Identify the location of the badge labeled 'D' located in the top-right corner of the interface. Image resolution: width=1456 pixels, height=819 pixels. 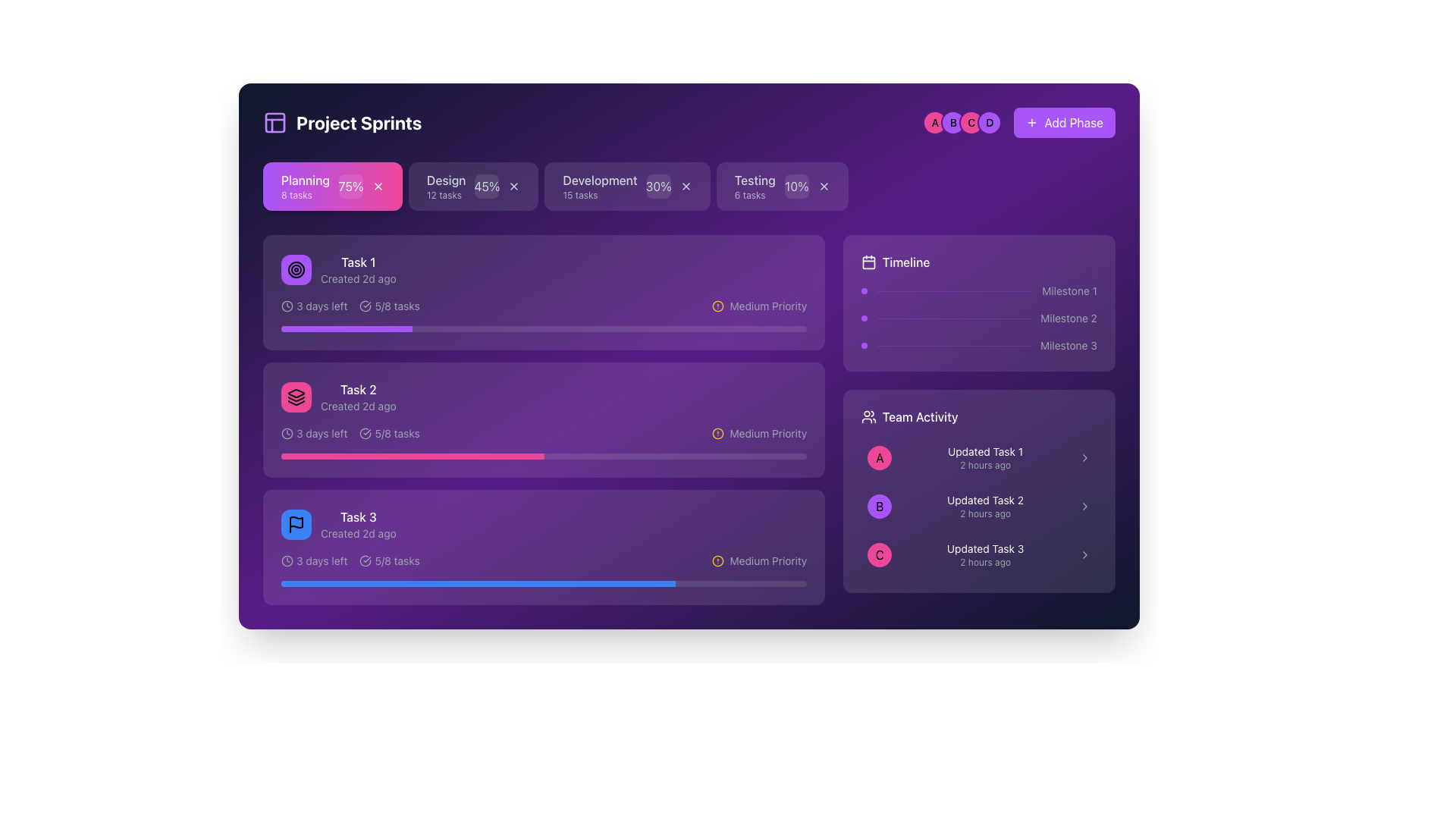
(990, 122).